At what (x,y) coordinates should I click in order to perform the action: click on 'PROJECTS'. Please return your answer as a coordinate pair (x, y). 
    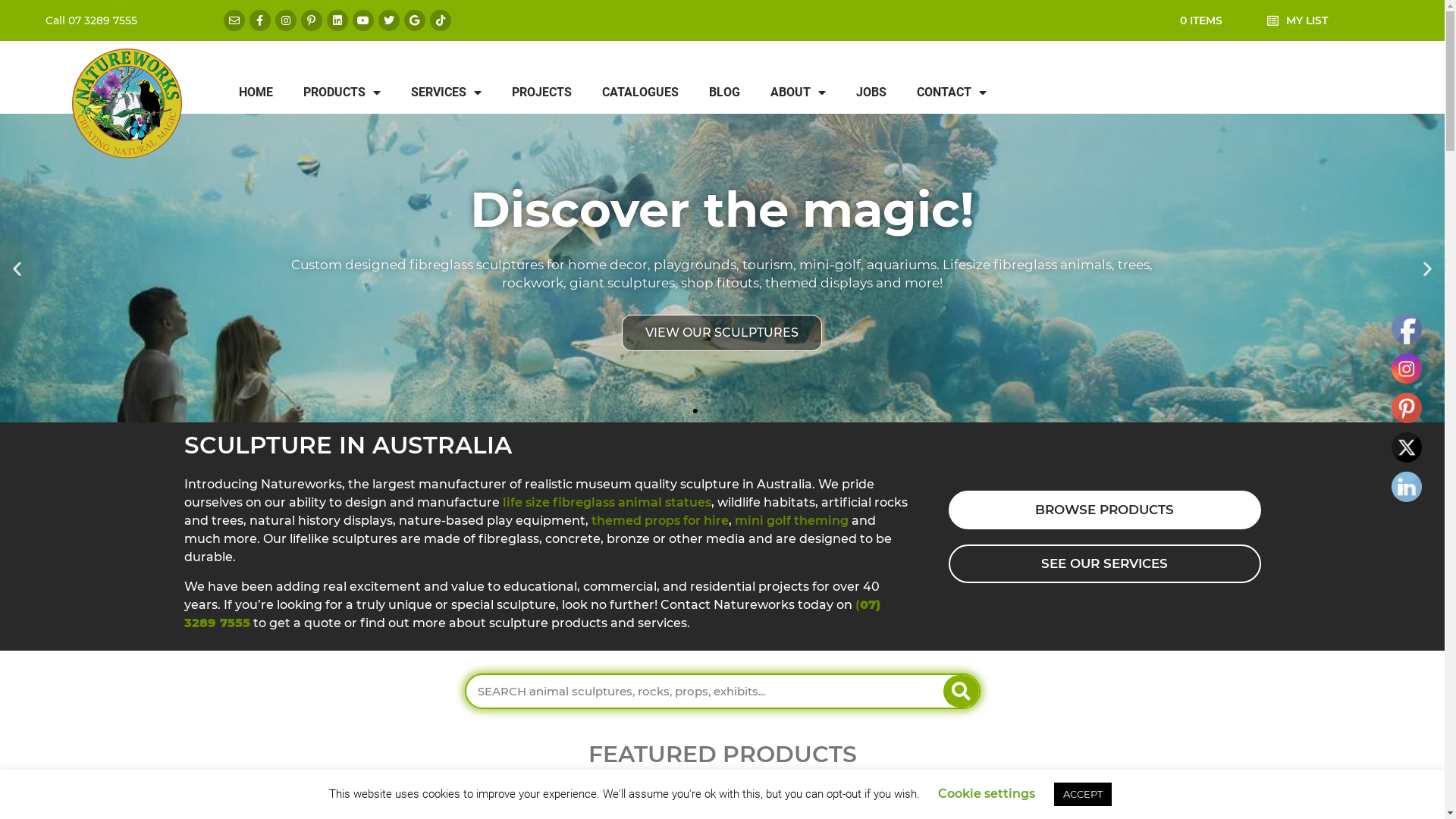
    Looking at the image, I should click on (541, 93).